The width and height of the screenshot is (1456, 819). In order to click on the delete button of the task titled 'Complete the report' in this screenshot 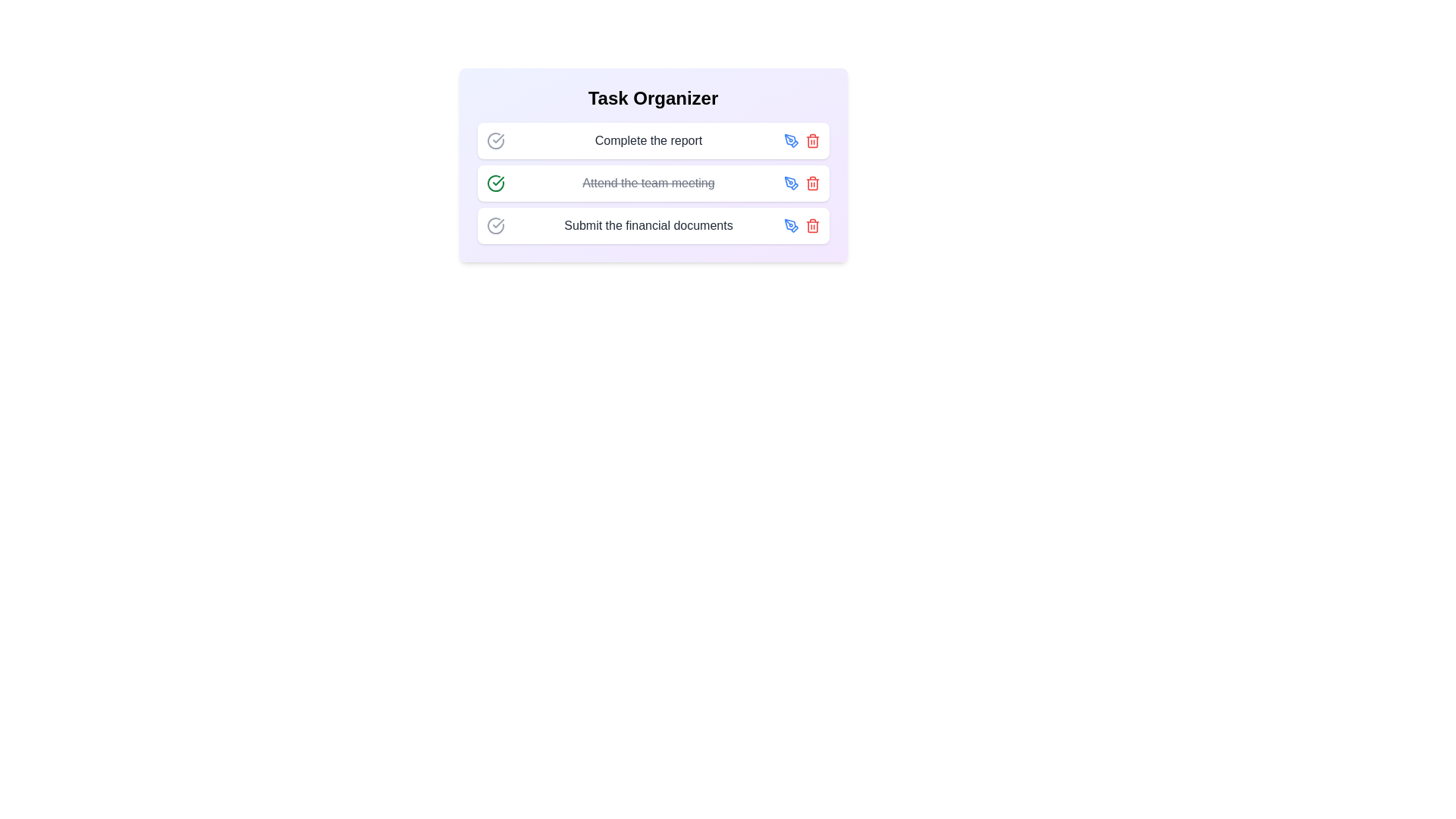, I will do `click(811, 140)`.